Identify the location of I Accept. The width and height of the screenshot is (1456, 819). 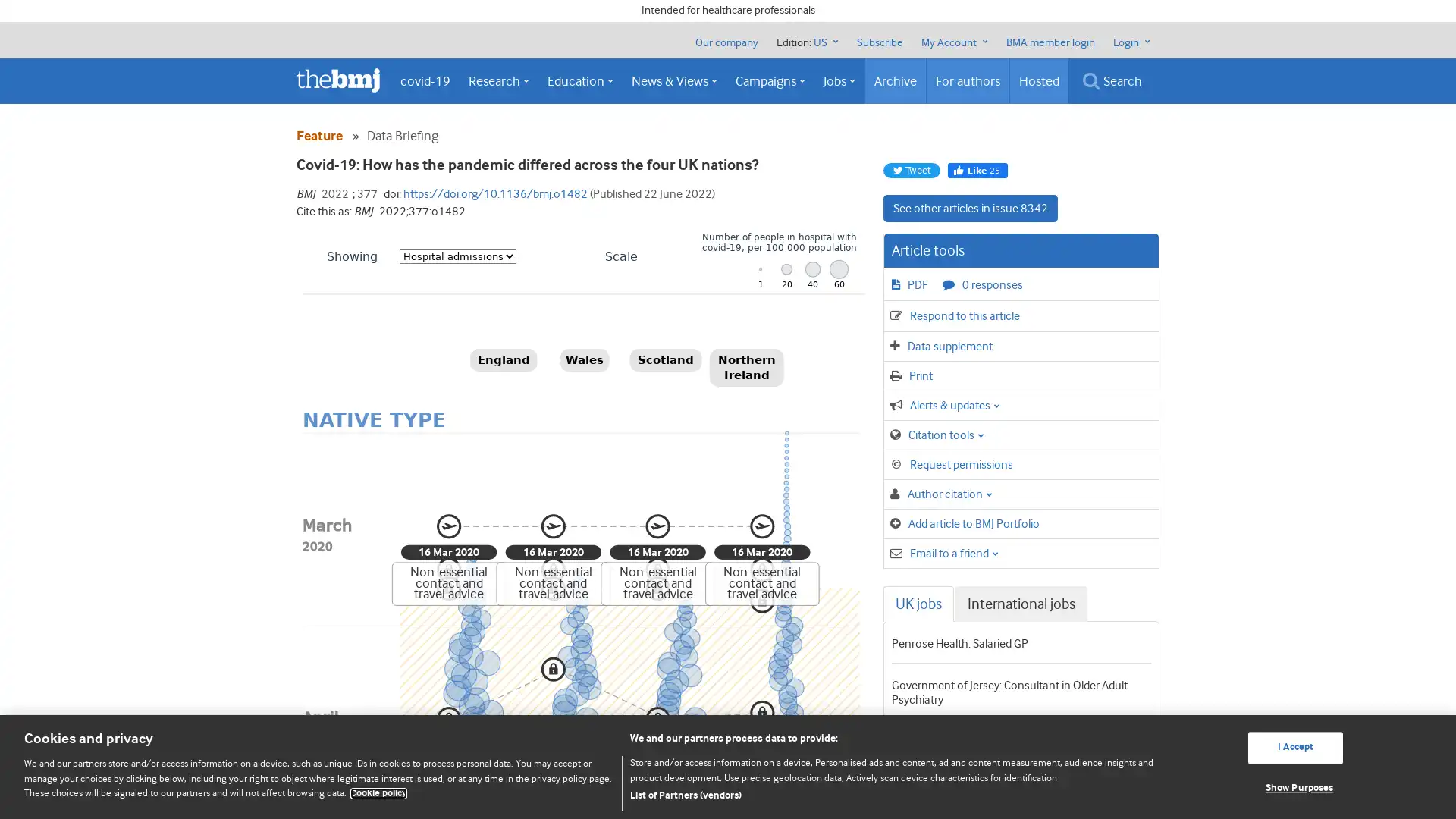
(1294, 747).